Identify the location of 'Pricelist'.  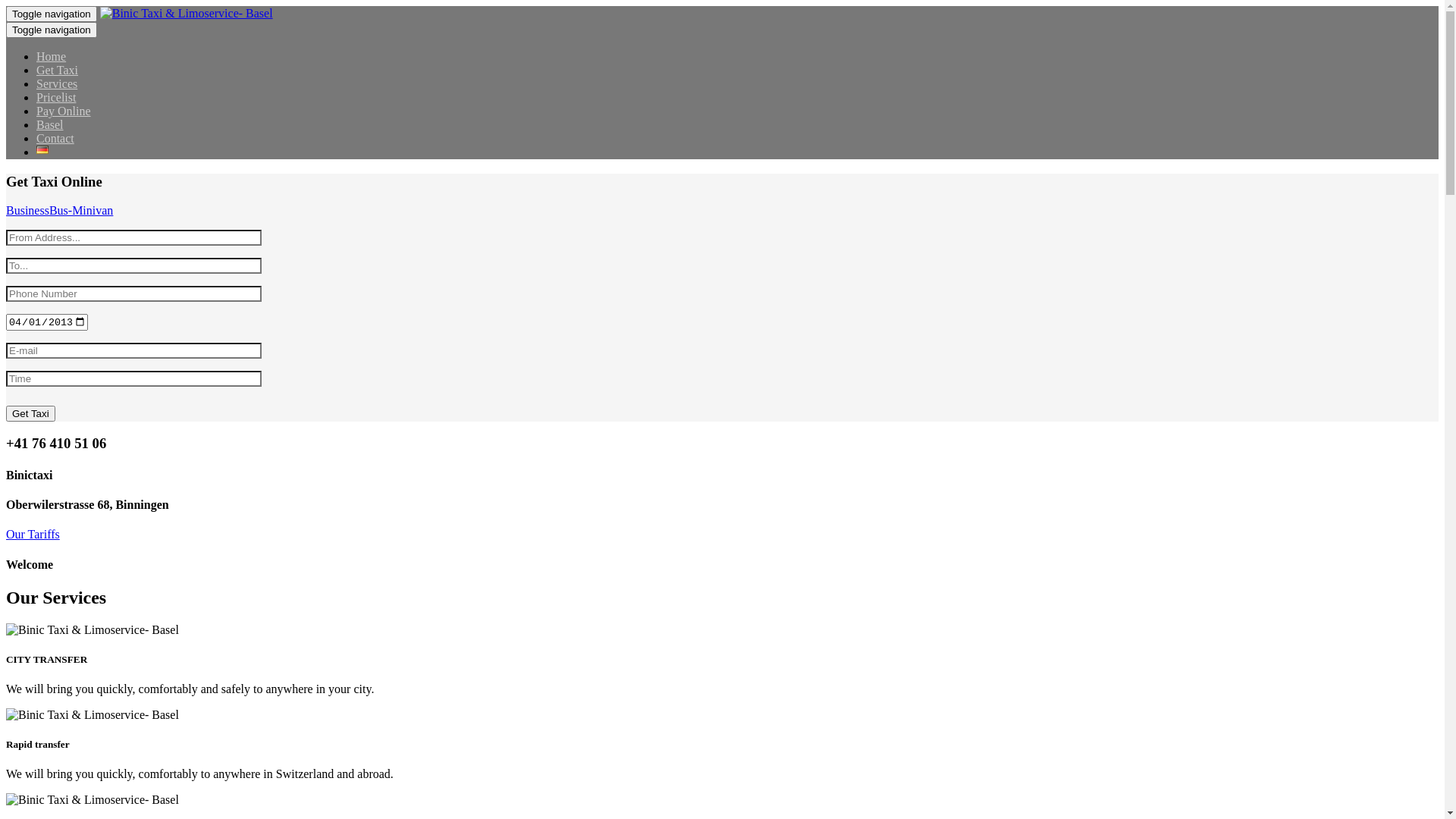
(36, 97).